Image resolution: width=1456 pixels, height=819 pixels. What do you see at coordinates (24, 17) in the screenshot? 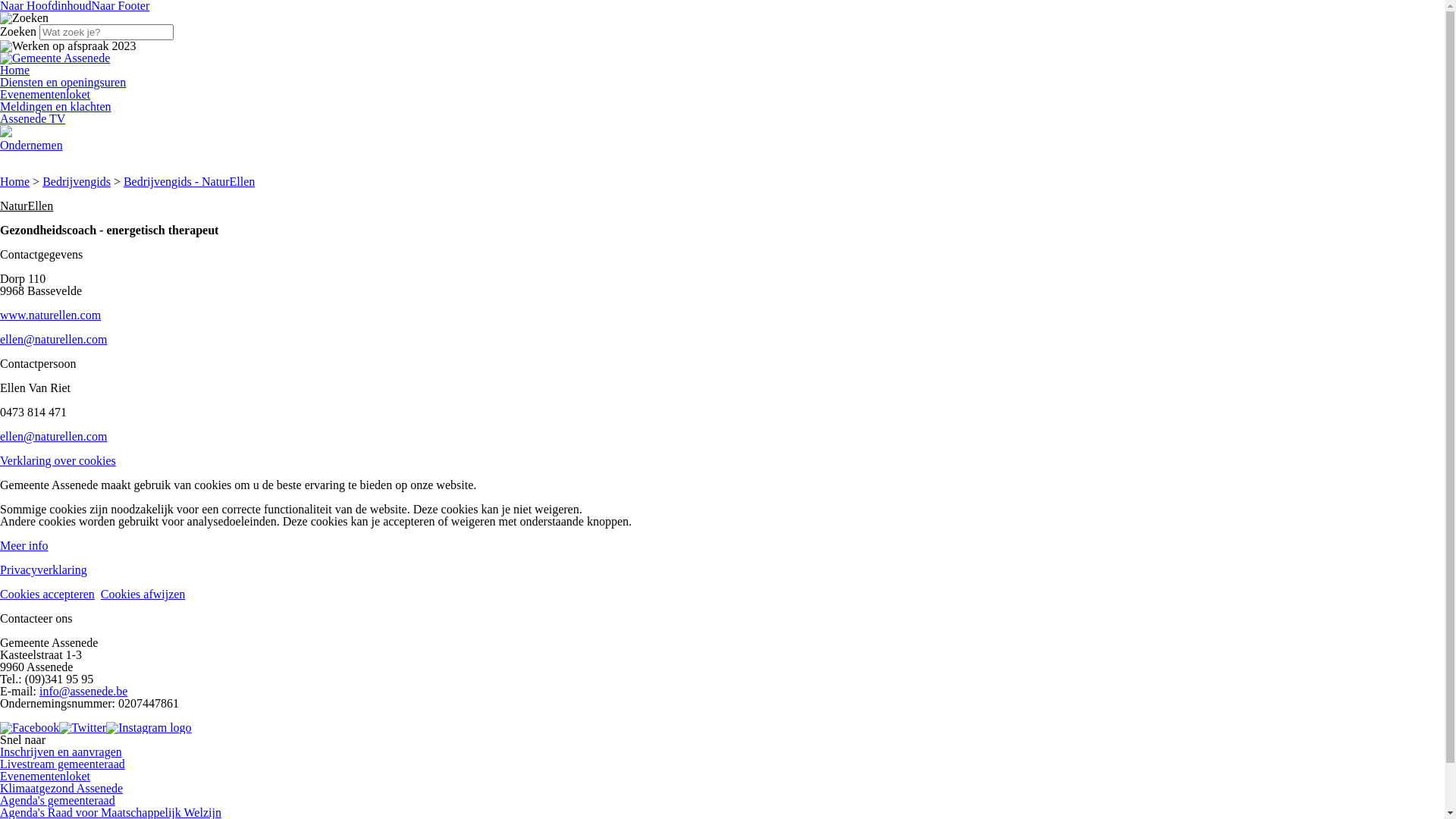
I see `'Zoeken'` at bounding box center [24, 17].